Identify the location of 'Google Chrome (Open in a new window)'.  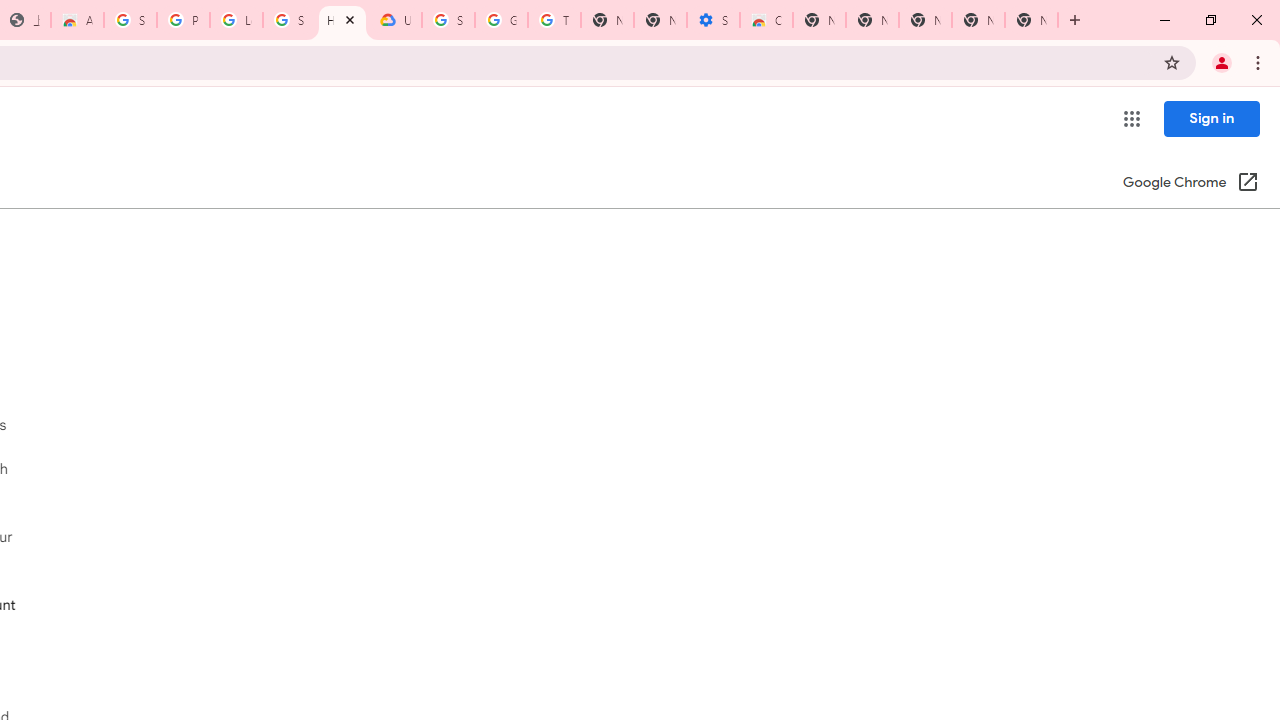
(1191, 183).